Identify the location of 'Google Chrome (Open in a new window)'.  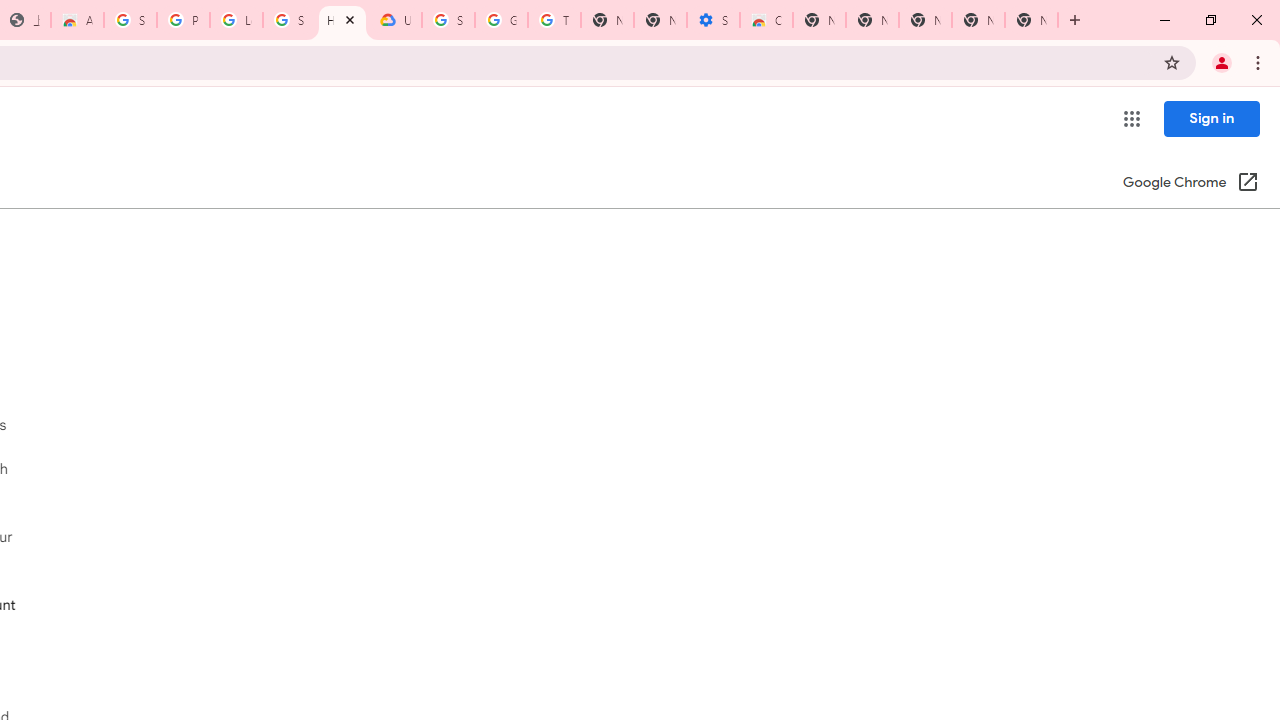
(1191, 183).